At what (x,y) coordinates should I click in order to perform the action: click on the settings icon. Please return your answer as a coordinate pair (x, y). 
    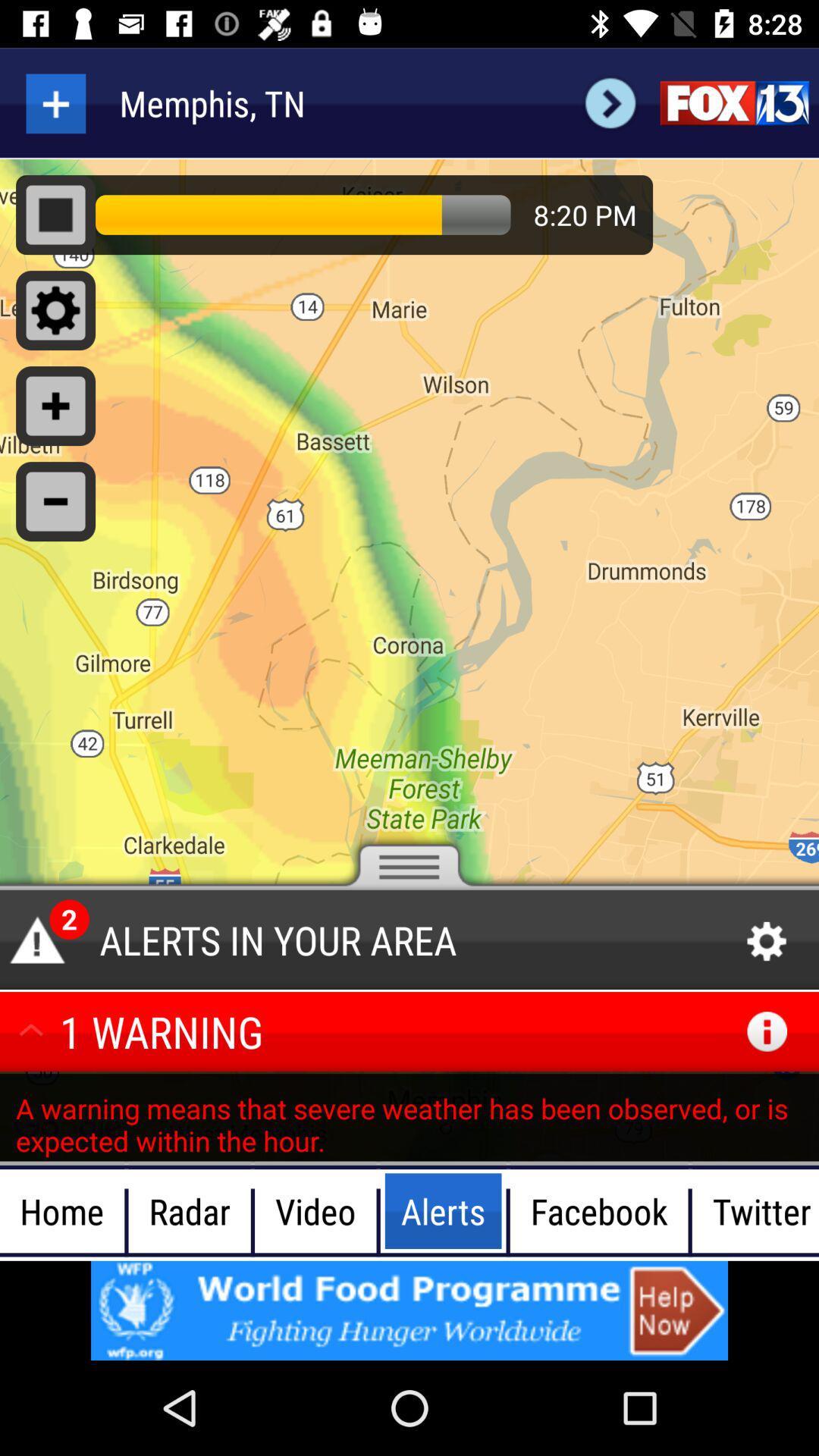
    Looking at the image, I should click on (767, 941).